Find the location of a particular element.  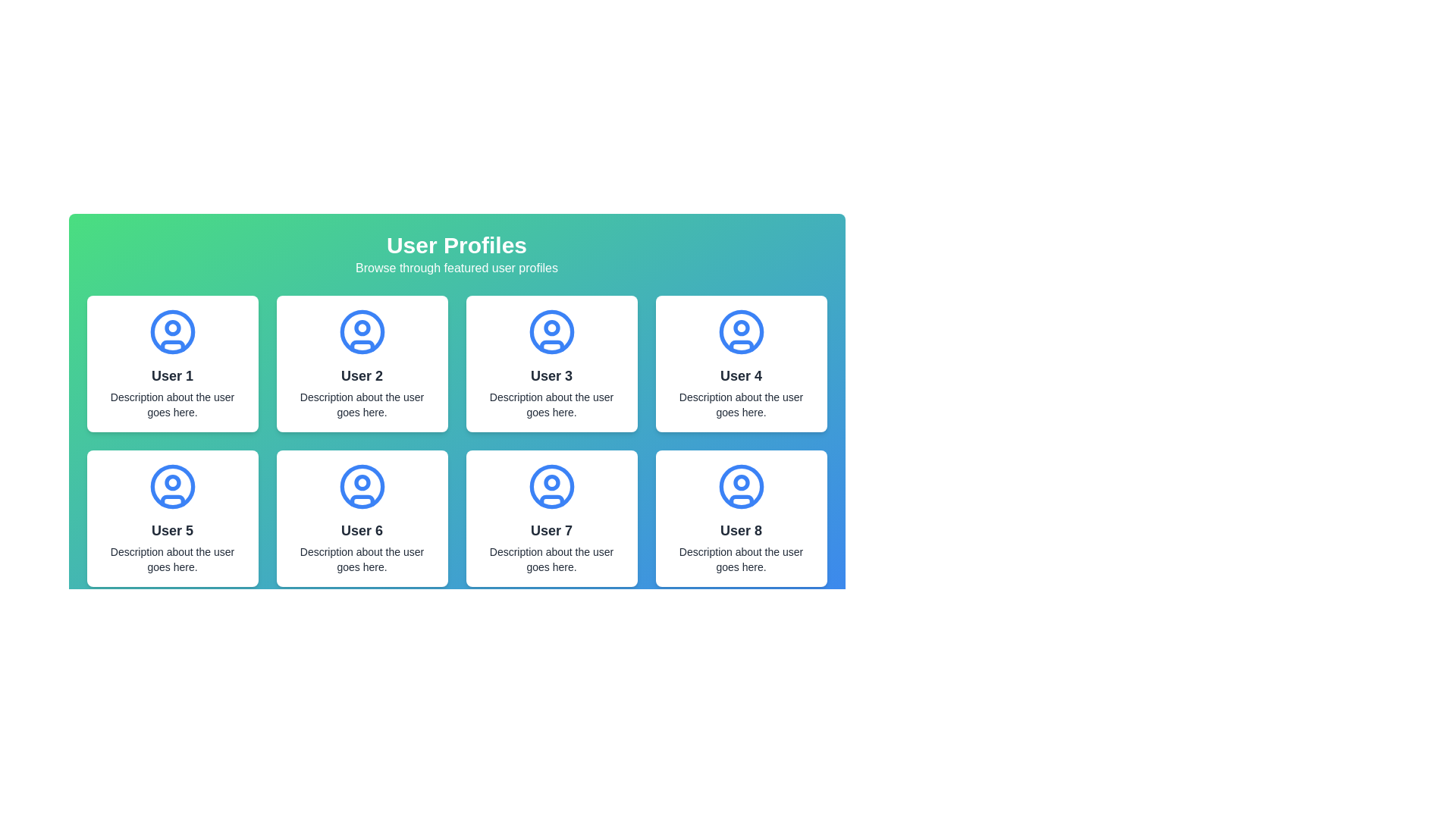

the 'User 8' text label, which is displayed in a bold and large font style, located in the bottom-right position of a user information card within a 3x3 grid of cards is located at coordinates (741, 529).